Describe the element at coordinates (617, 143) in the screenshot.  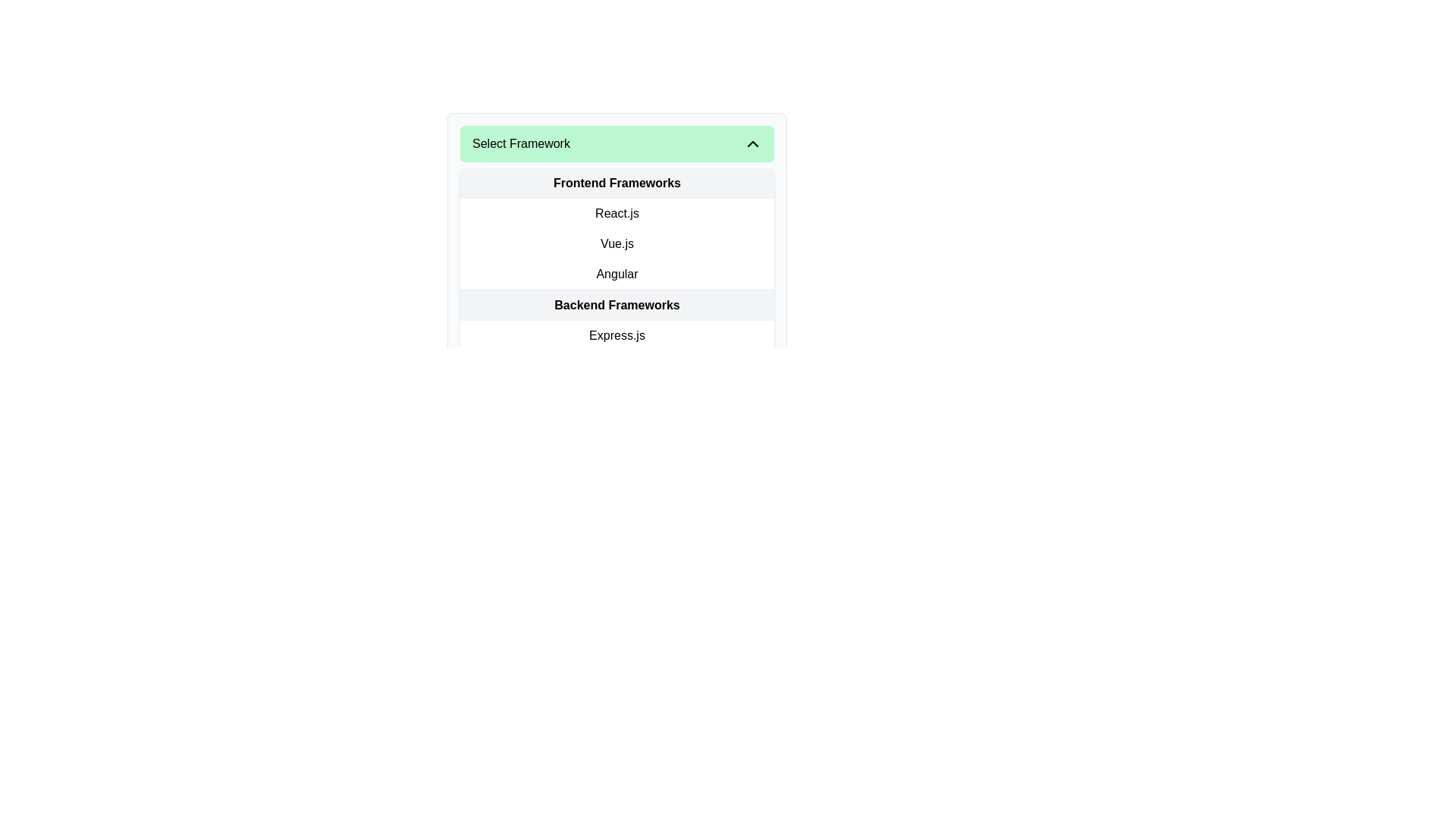
I see `the dropdown toggle button located at the top of the menu list` at that location.